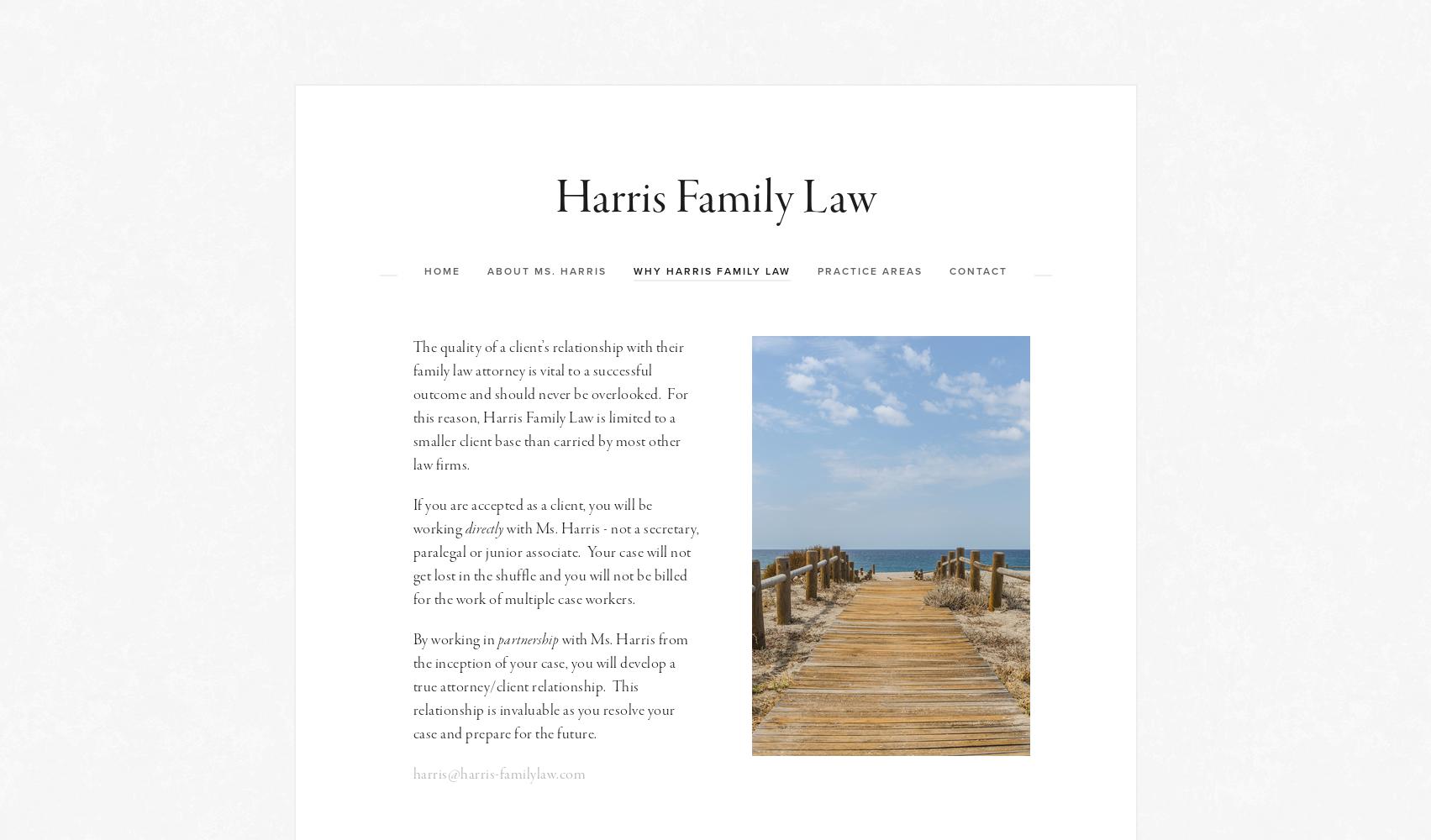 This screenshot has height=840, width=1431. What do you see at coordinates (498, 774) in the screenshot?
I see `'harris@harris-familylaw.com'` at bounding box center [498, 774].